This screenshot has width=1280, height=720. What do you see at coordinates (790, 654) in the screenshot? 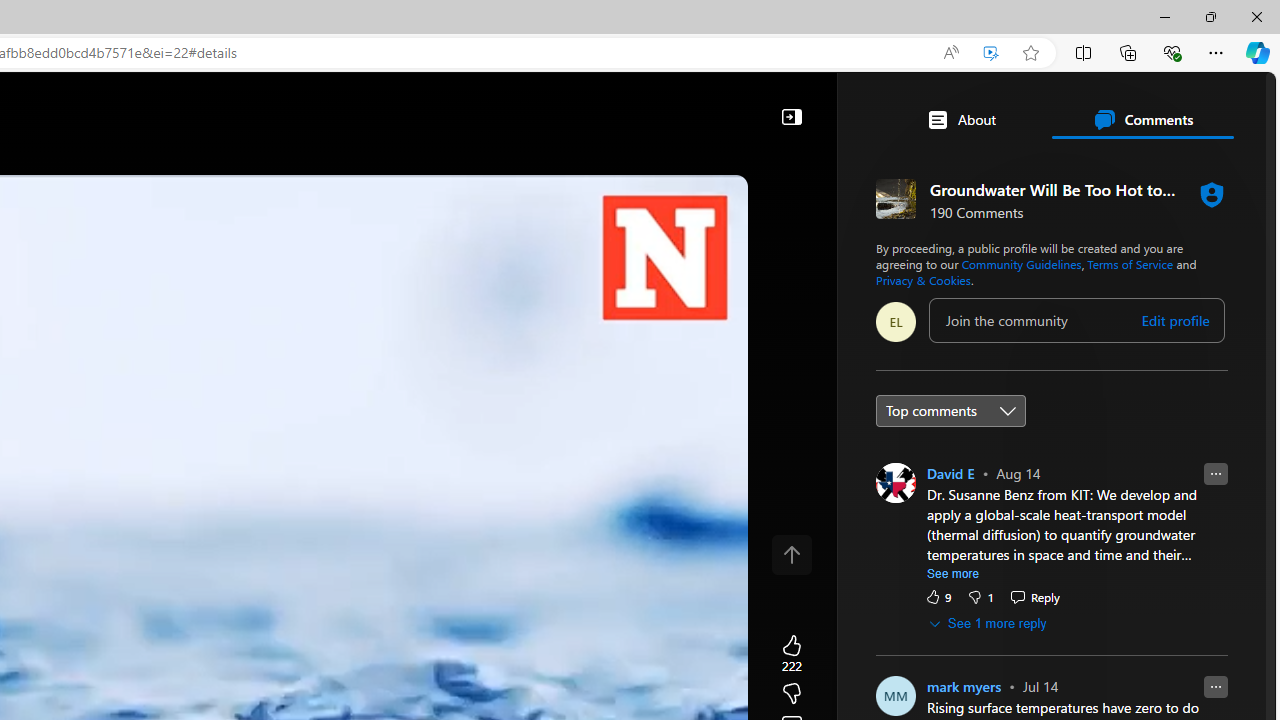
I see `'222 Like'` at bounding box center [790, 654].